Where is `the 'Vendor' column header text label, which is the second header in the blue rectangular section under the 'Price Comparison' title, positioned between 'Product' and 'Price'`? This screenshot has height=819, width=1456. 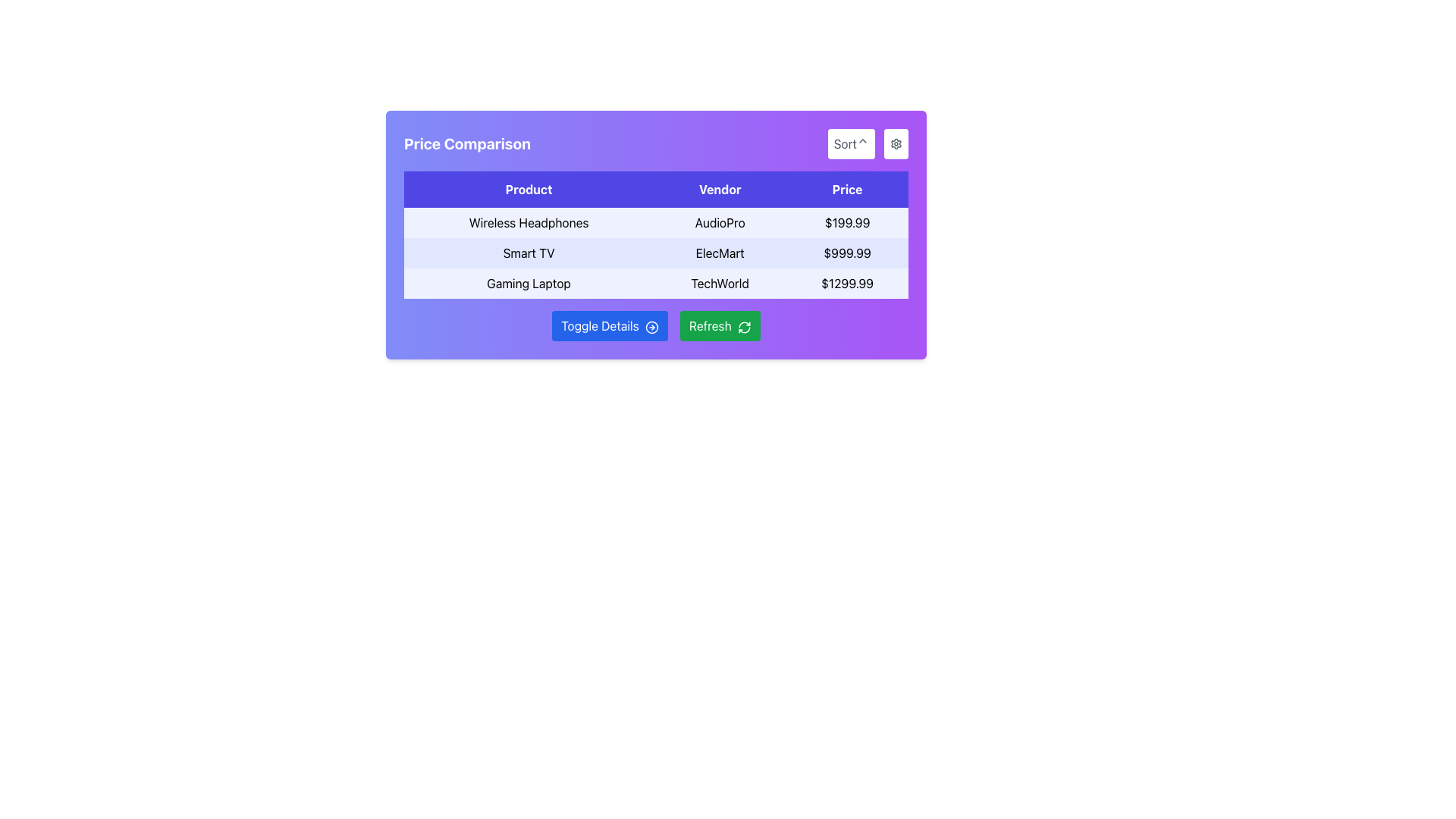
the 'Vendor' column header text label, which is the second header in the blue rectangular section under the 'Price Comparison' title, positioned between 'Product' and 'Price' is located at coordinates (719, 189).